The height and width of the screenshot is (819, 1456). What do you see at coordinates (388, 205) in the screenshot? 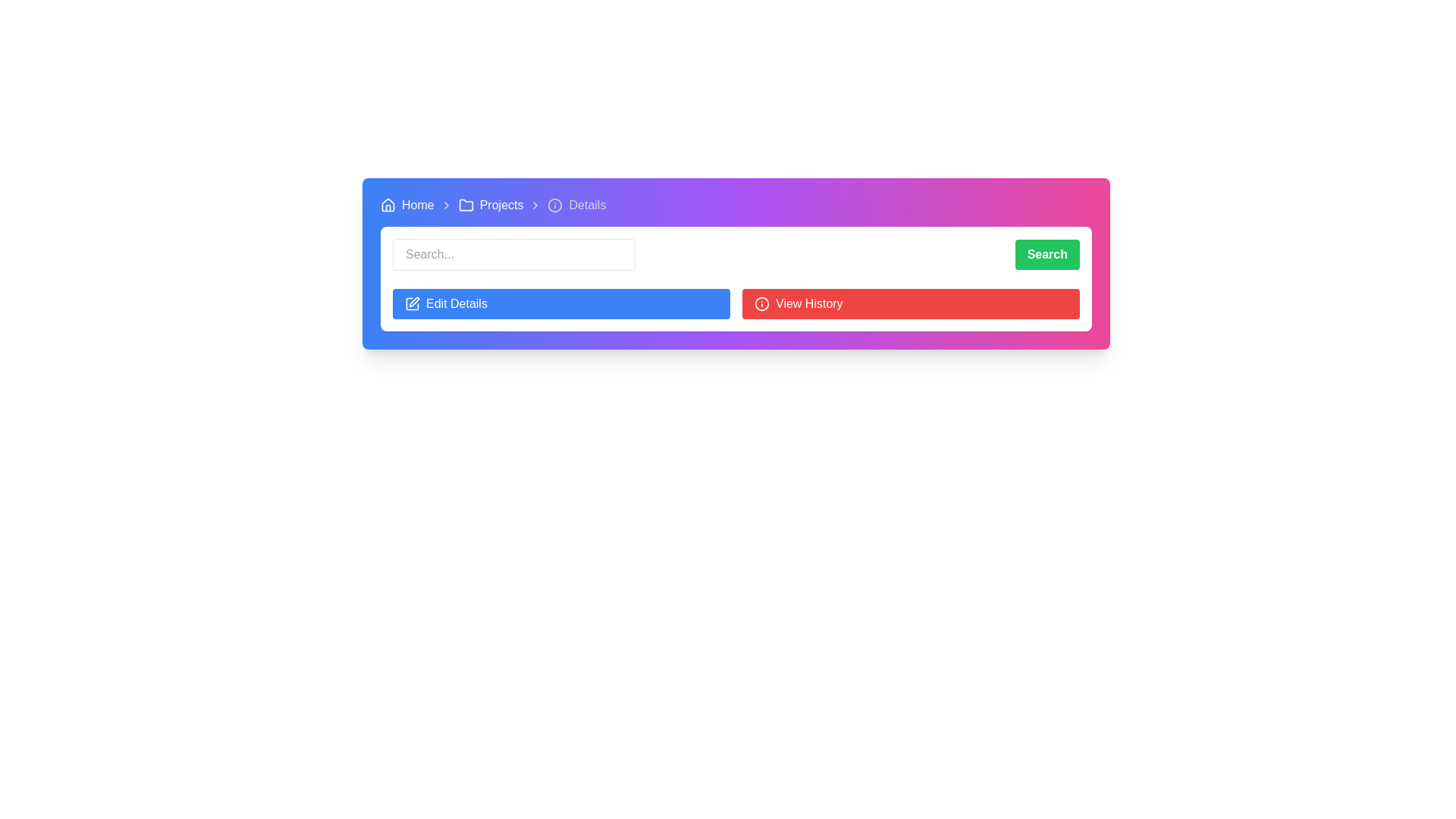
I see `the home icon located at the leftmost side of the breadcrumb navigation` at bounding box center [388, 205].